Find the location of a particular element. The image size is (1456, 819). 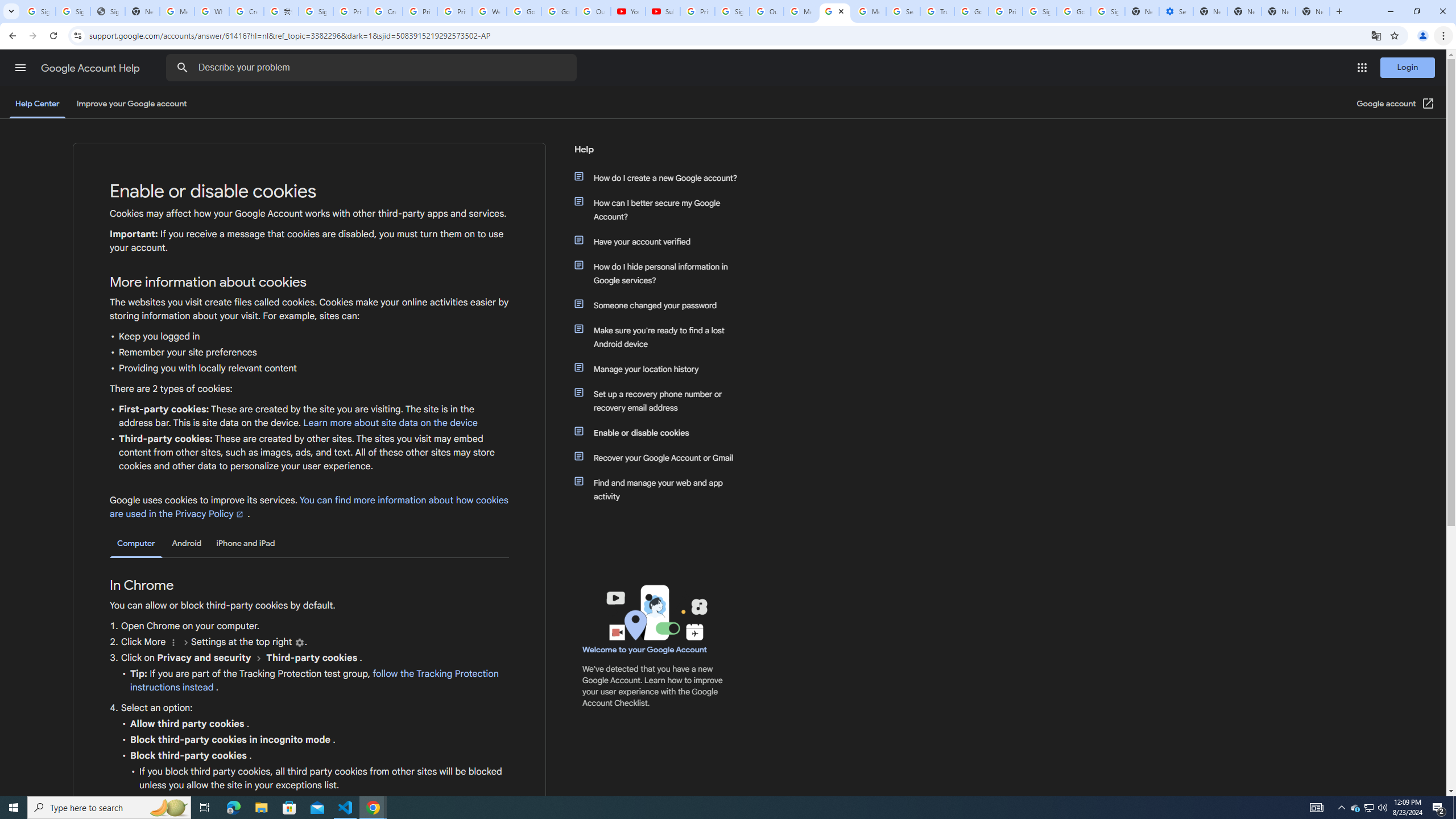

'Settings - Performance' is located at coordinates (1176, 11).